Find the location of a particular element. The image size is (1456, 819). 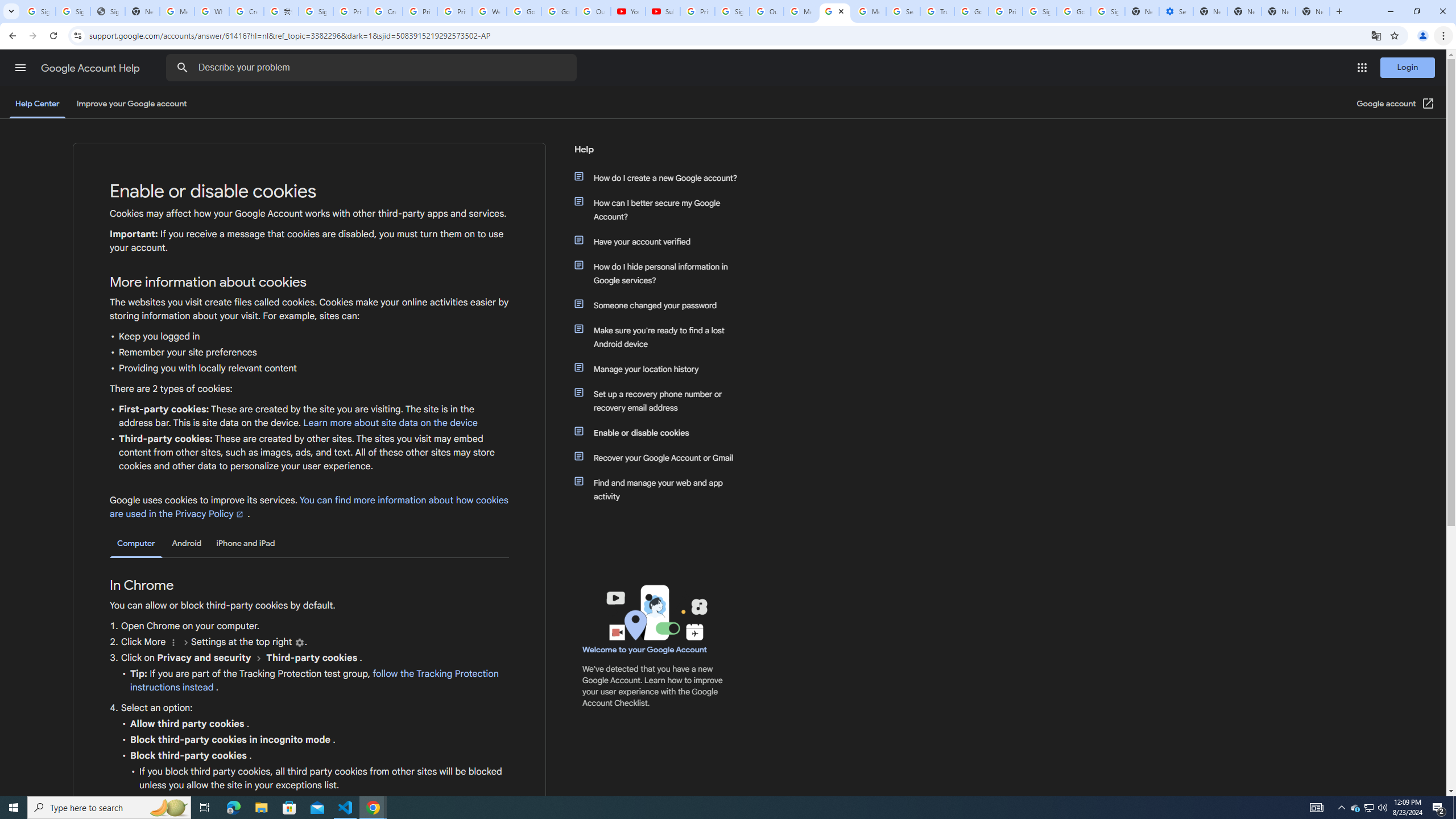

'Settings - Performance' is located at coordinates (1176, 11).